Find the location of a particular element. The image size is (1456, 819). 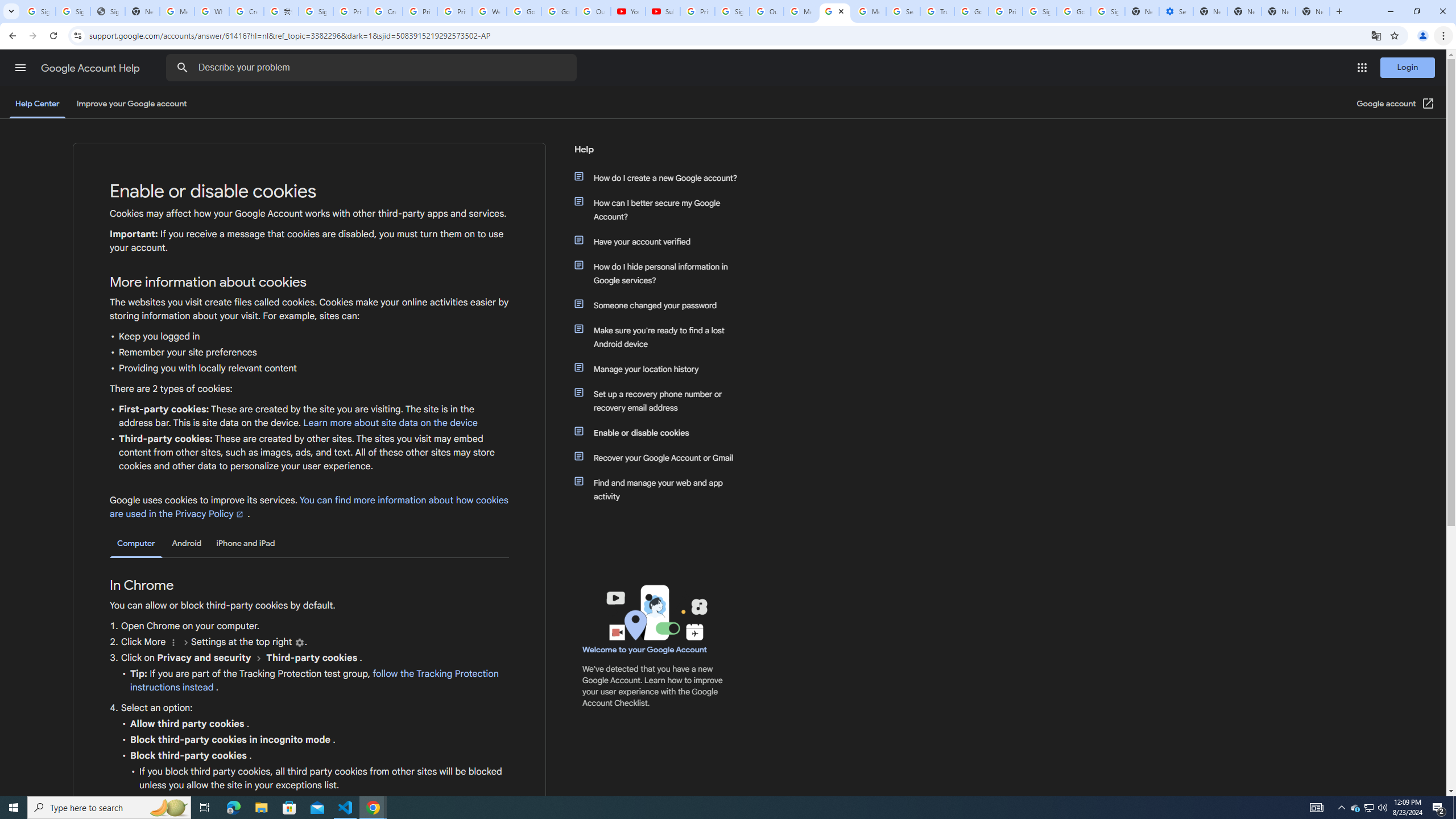

'Settings - Performance' is located at coordinates (1176, 11).